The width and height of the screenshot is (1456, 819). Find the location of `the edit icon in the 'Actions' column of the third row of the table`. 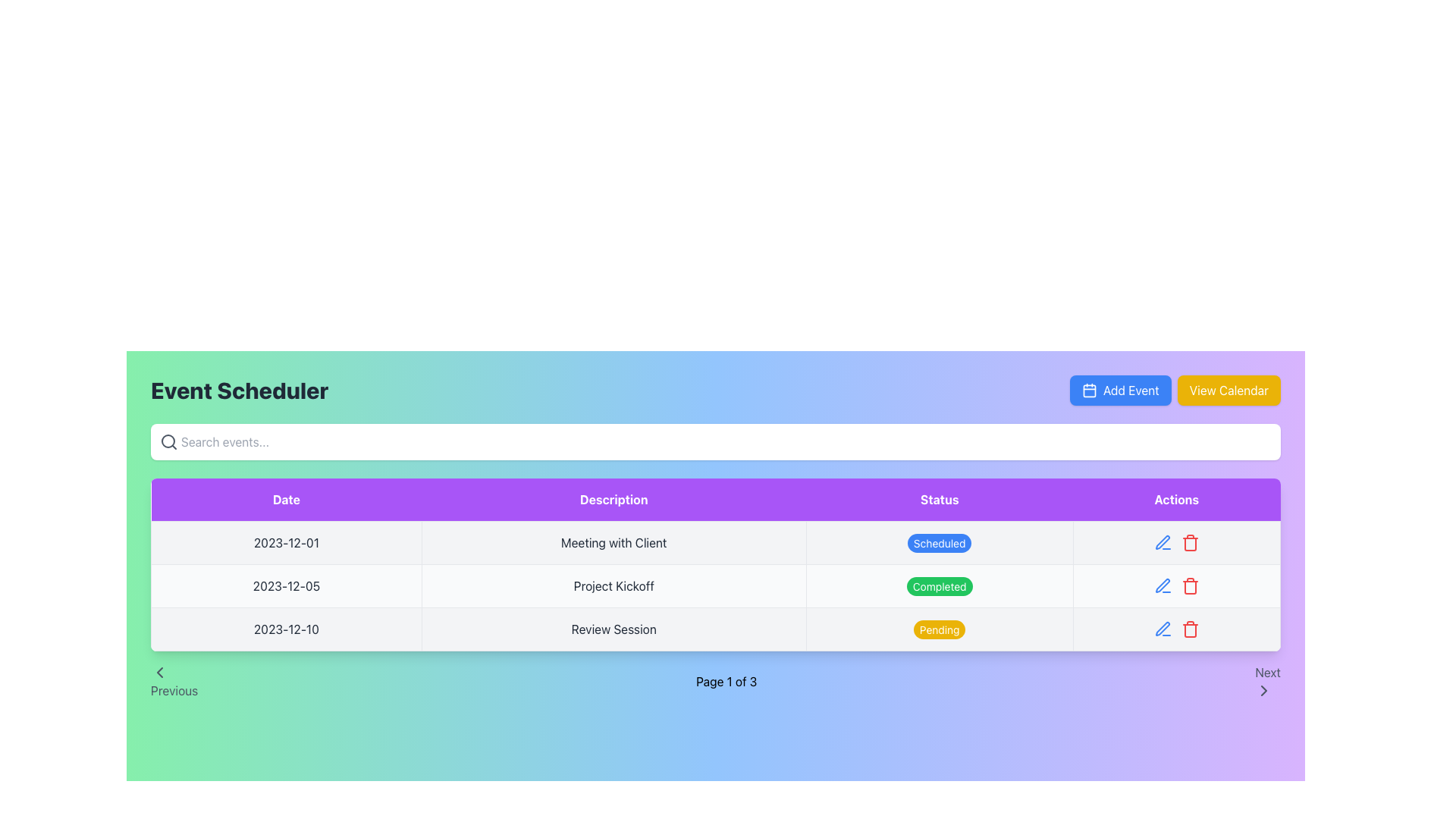

the edit icon in the 'Actions' column of the third row of the table is located at coordinates (1162, 542).